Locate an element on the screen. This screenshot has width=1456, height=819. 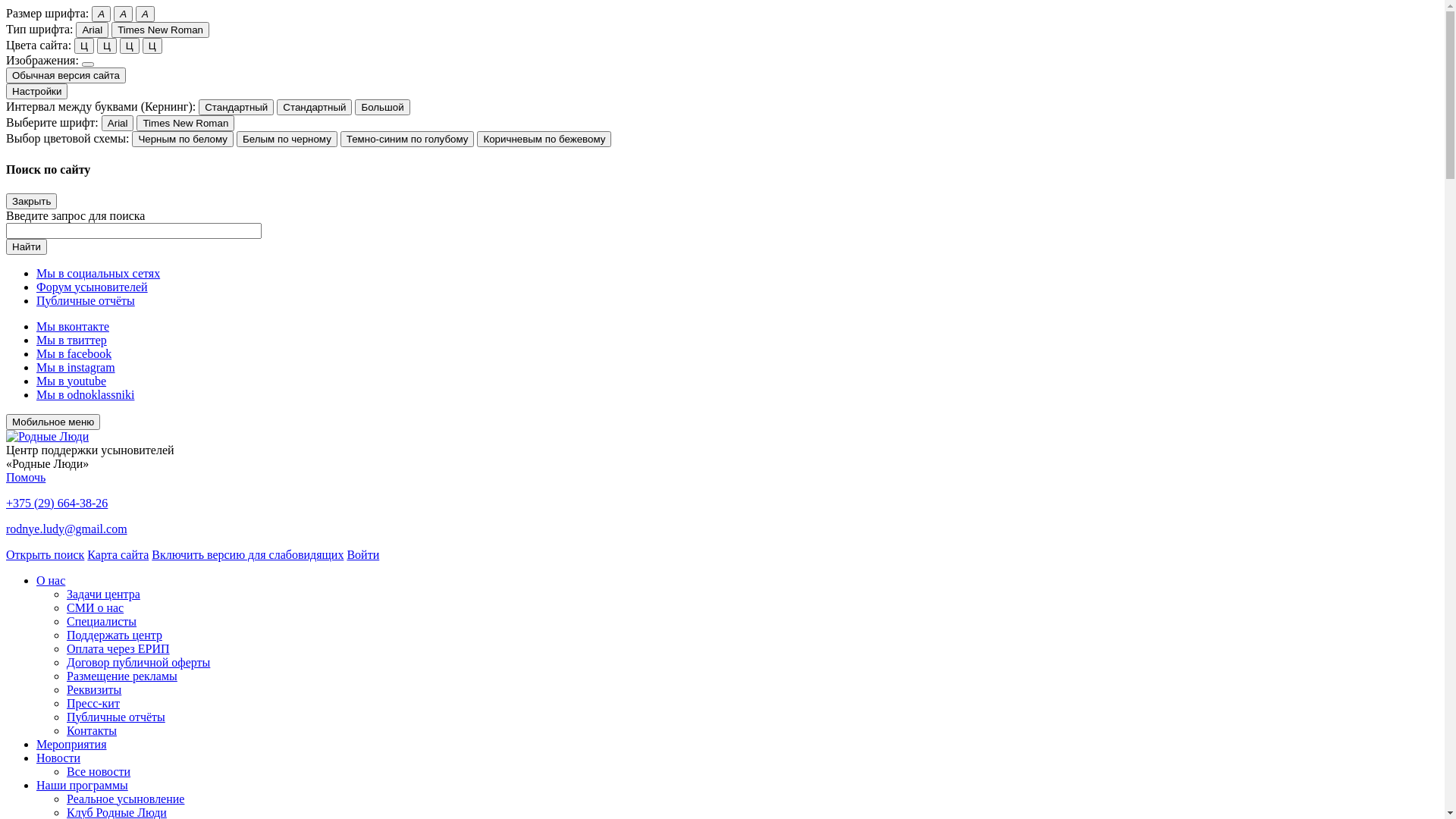
'+375 (29) 664-38-26' is located at coordinates (57, 503).